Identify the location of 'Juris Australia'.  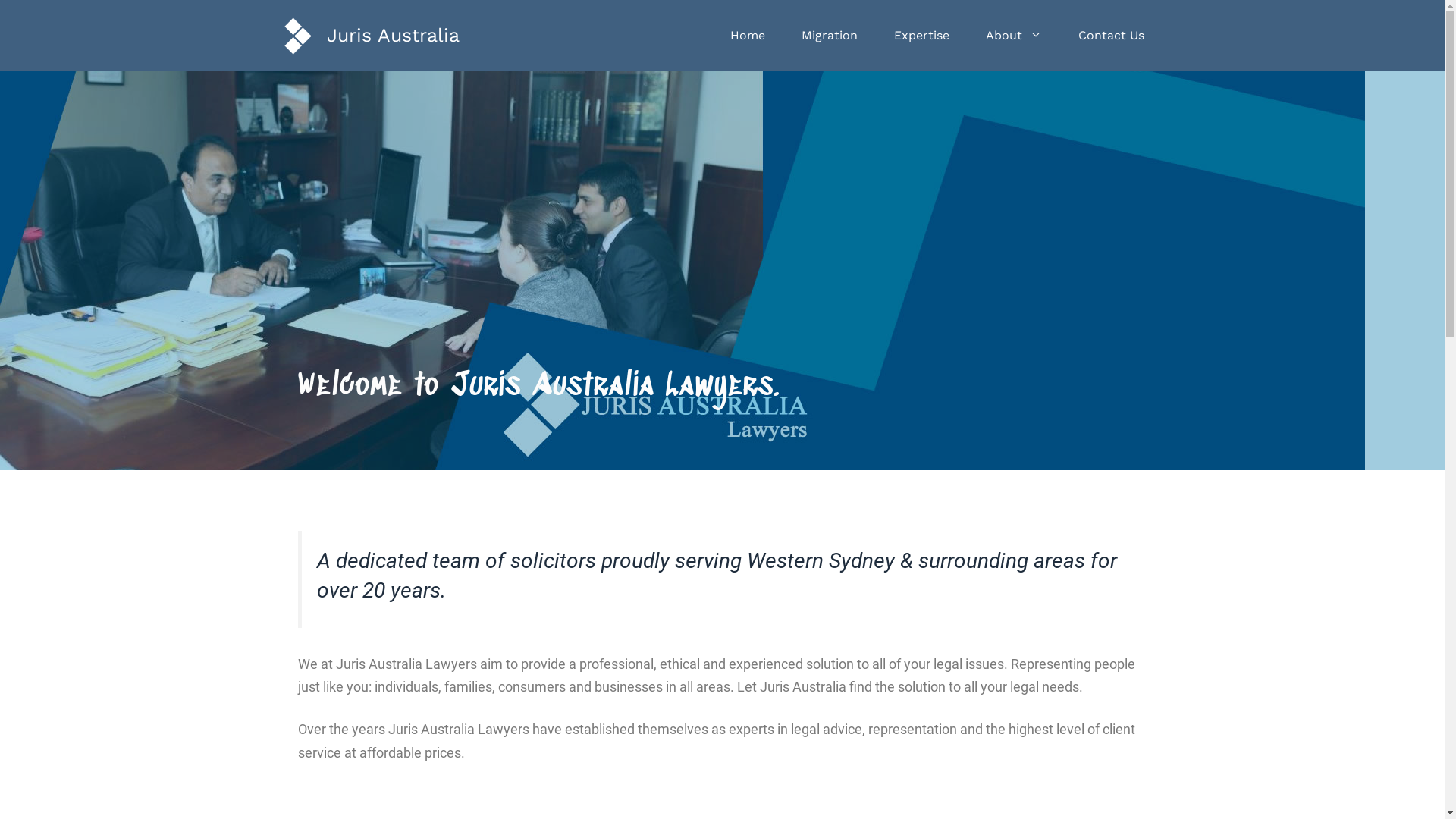
(297, 34).